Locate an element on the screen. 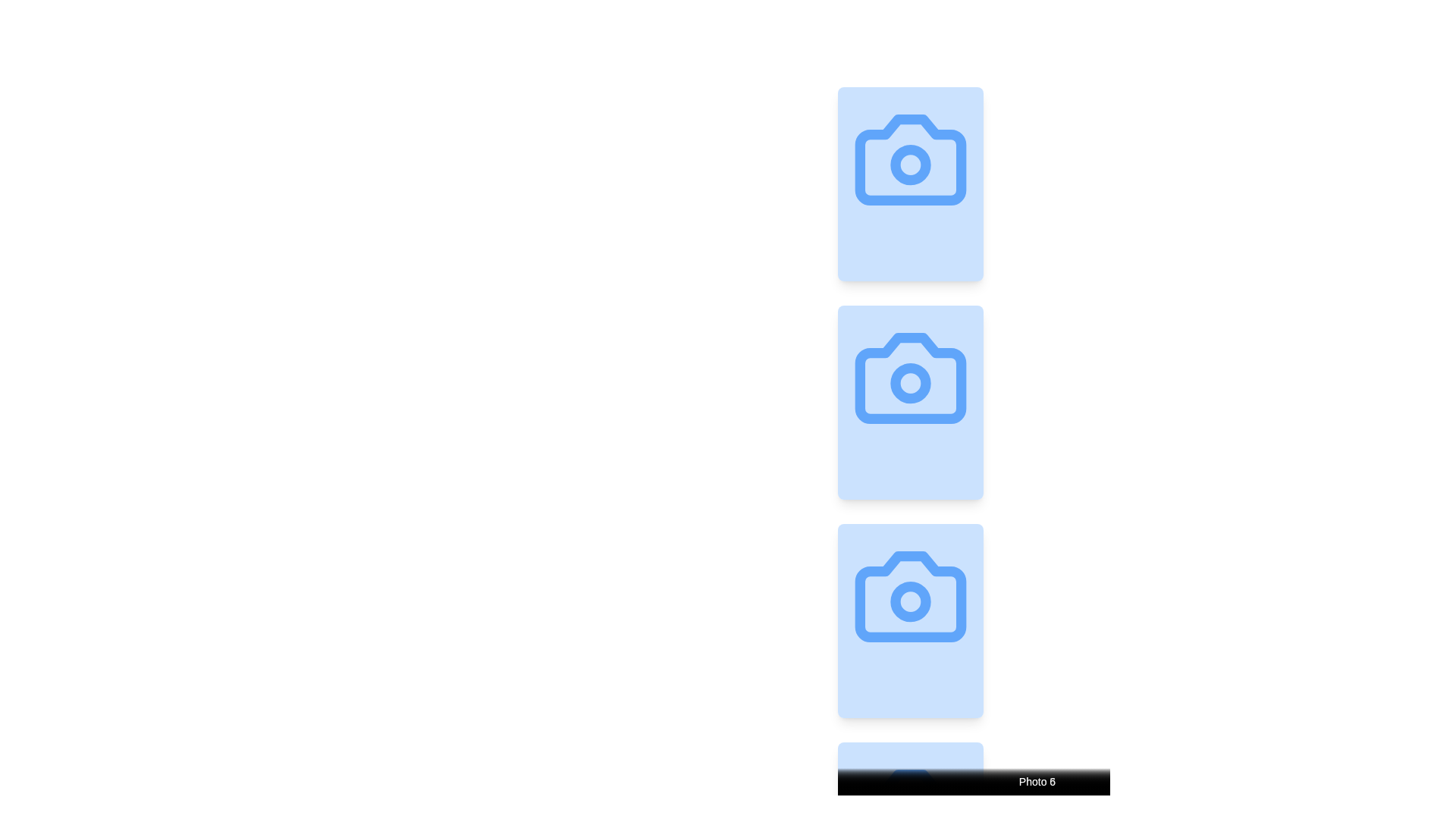 The image size is (1456, 819). the small light blue circular icon located at the center of the camera illustration, which is the second in a vertical sequence of three camera icons is located at coordinates (910, 382).